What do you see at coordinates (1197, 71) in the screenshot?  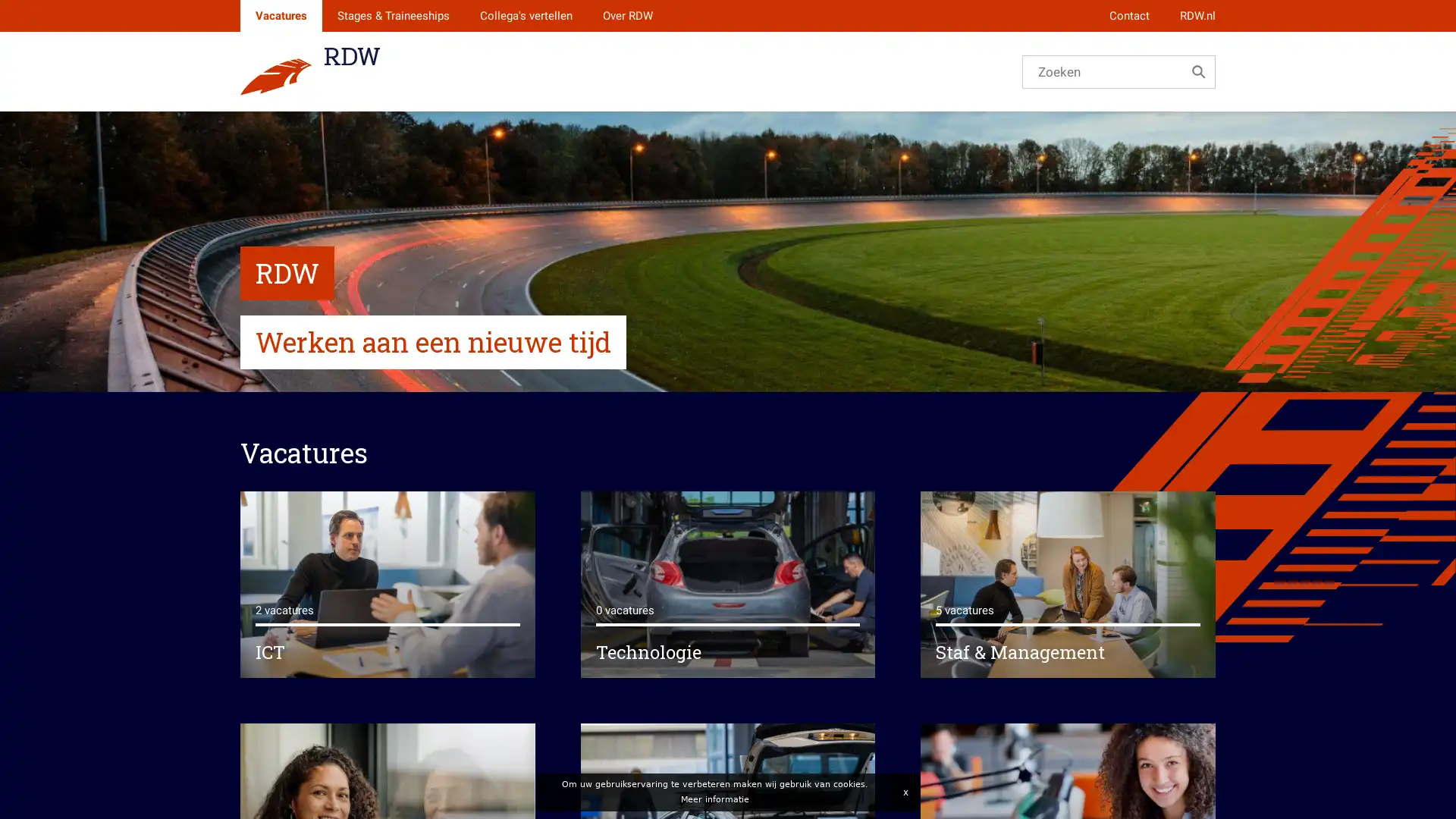 I see `Zoek...` at bounding box center [1197, 71].